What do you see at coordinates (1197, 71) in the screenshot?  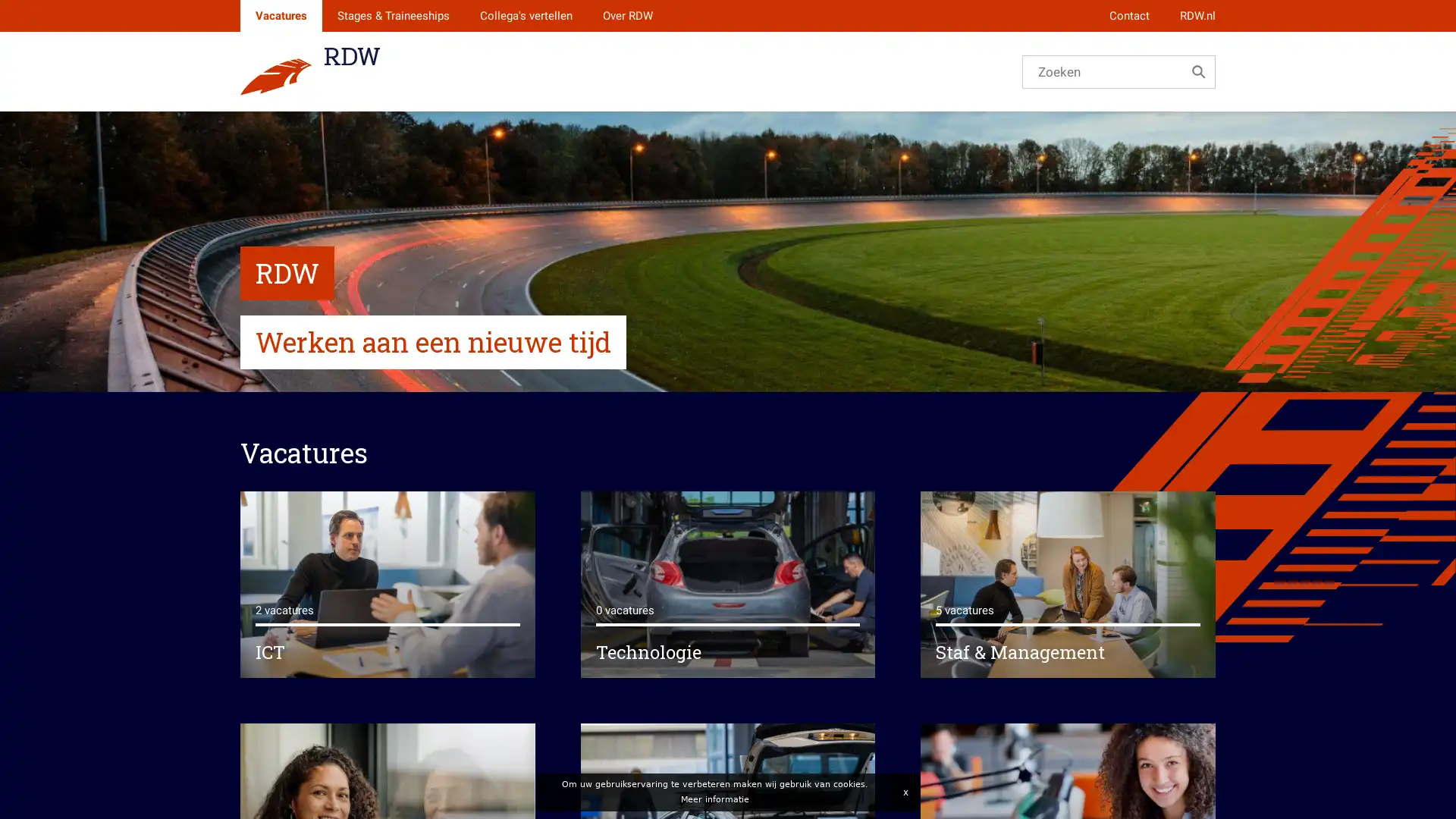 I see `Zoek...` at bounding box center [1197, 71].